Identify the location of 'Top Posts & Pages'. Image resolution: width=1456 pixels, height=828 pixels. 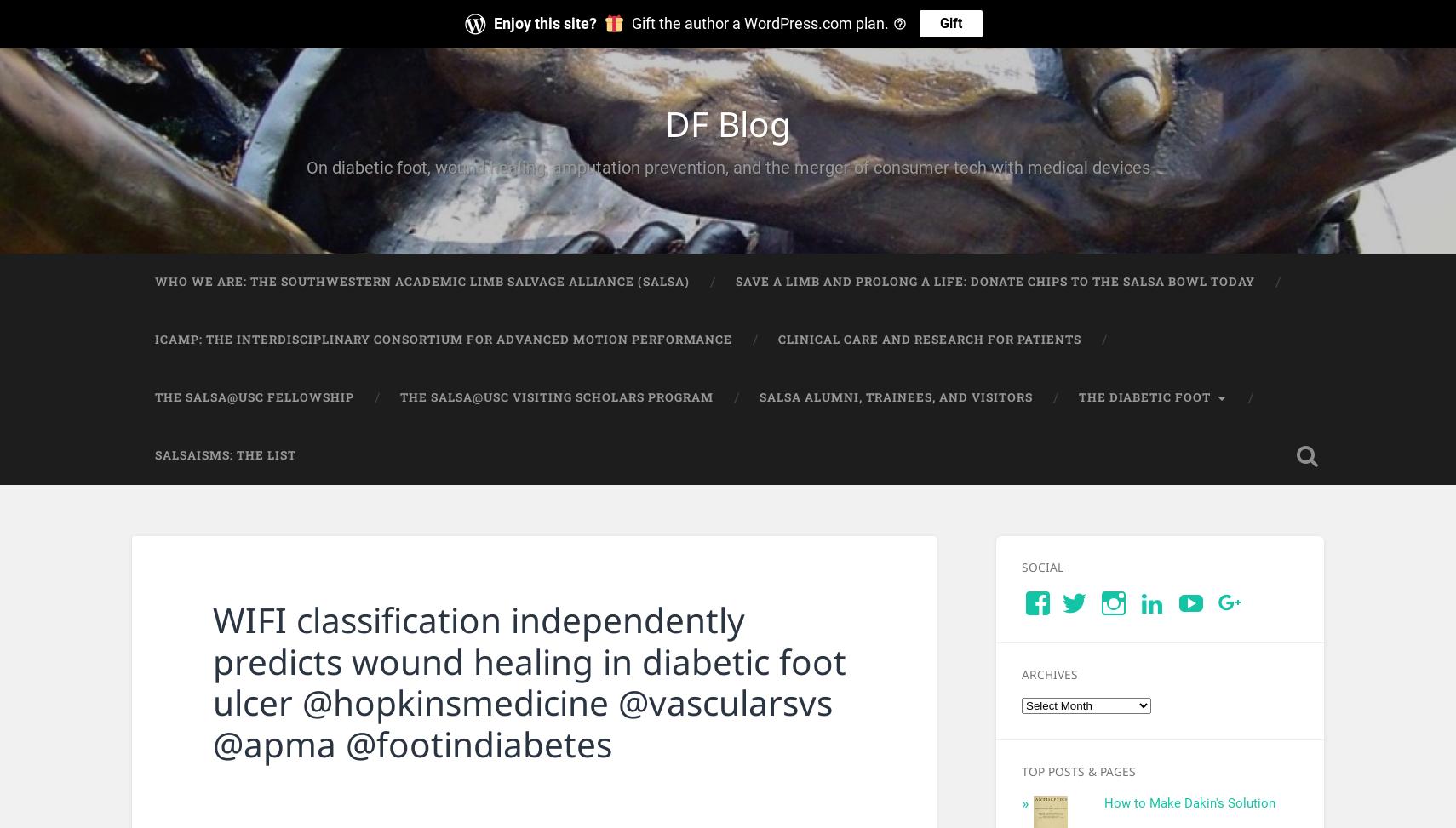
(1077, 770).